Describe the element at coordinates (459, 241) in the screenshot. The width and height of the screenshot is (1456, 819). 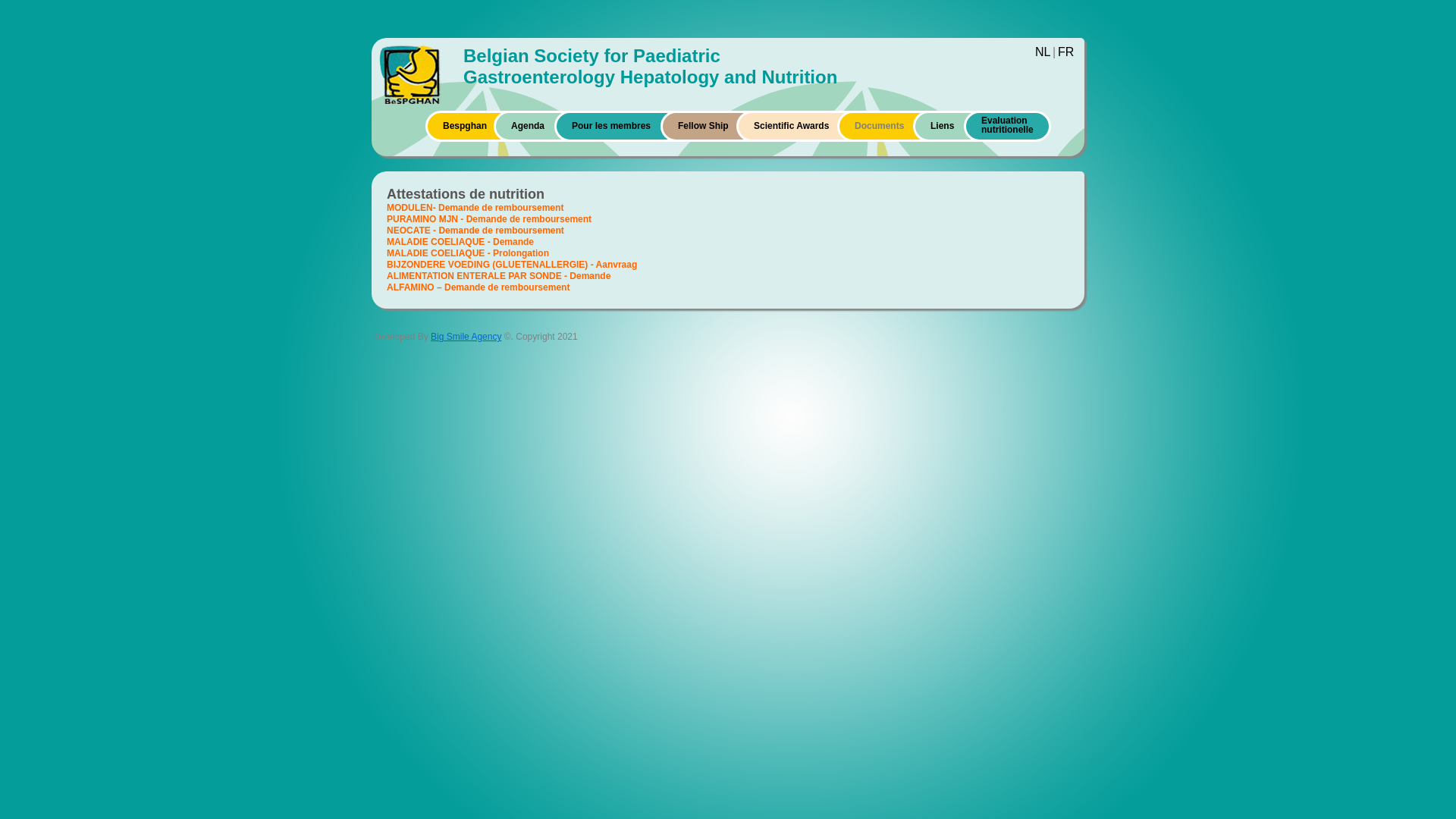
I see `'MALADIE COELIAQUE - Demande'` at that location.